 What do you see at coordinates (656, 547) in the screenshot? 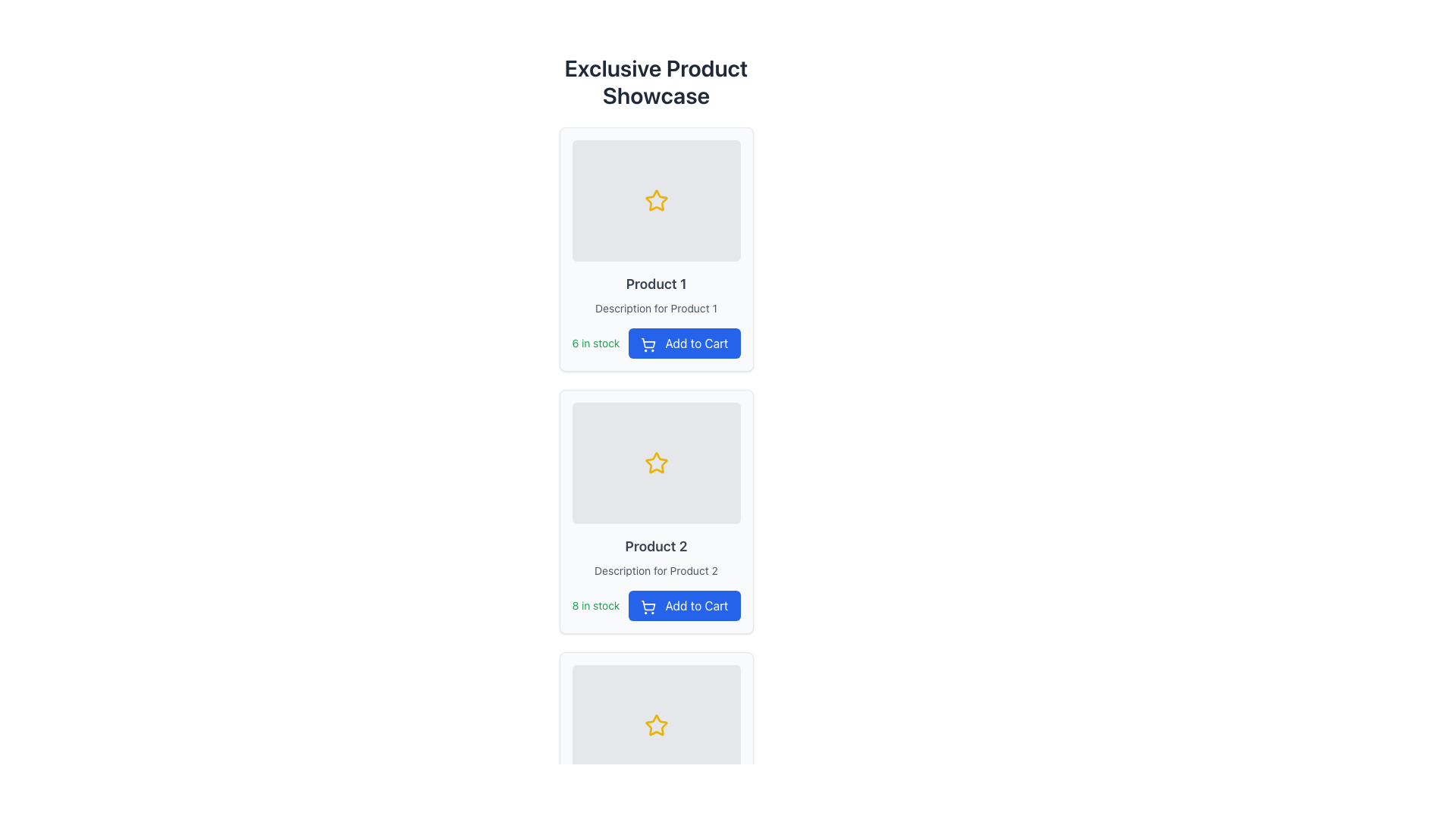
I see `the static text label displaying 'Product 2', which is located in the second product card beneath a yellow star icon` at bounding box center [656, 547].